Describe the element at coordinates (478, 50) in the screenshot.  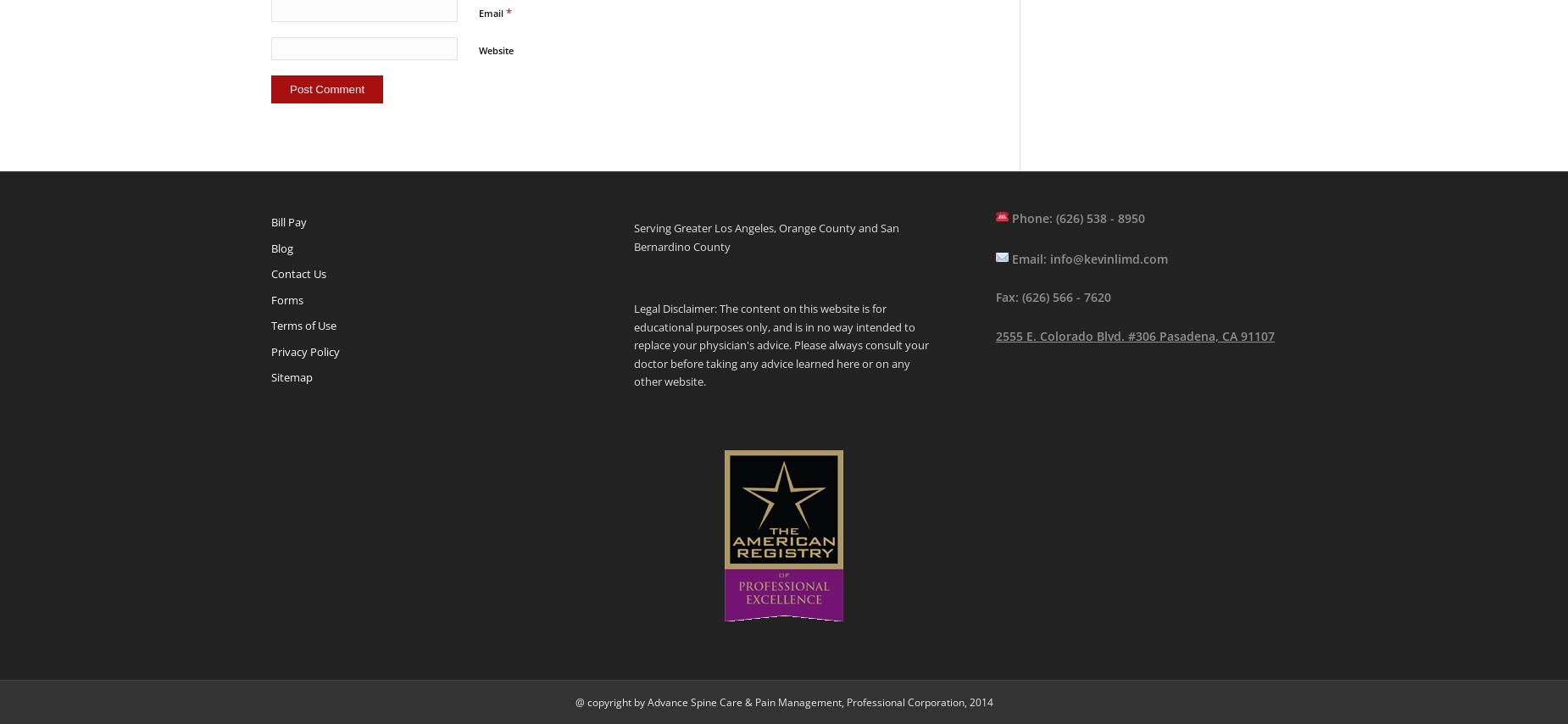
I see `'Website'` at that location.